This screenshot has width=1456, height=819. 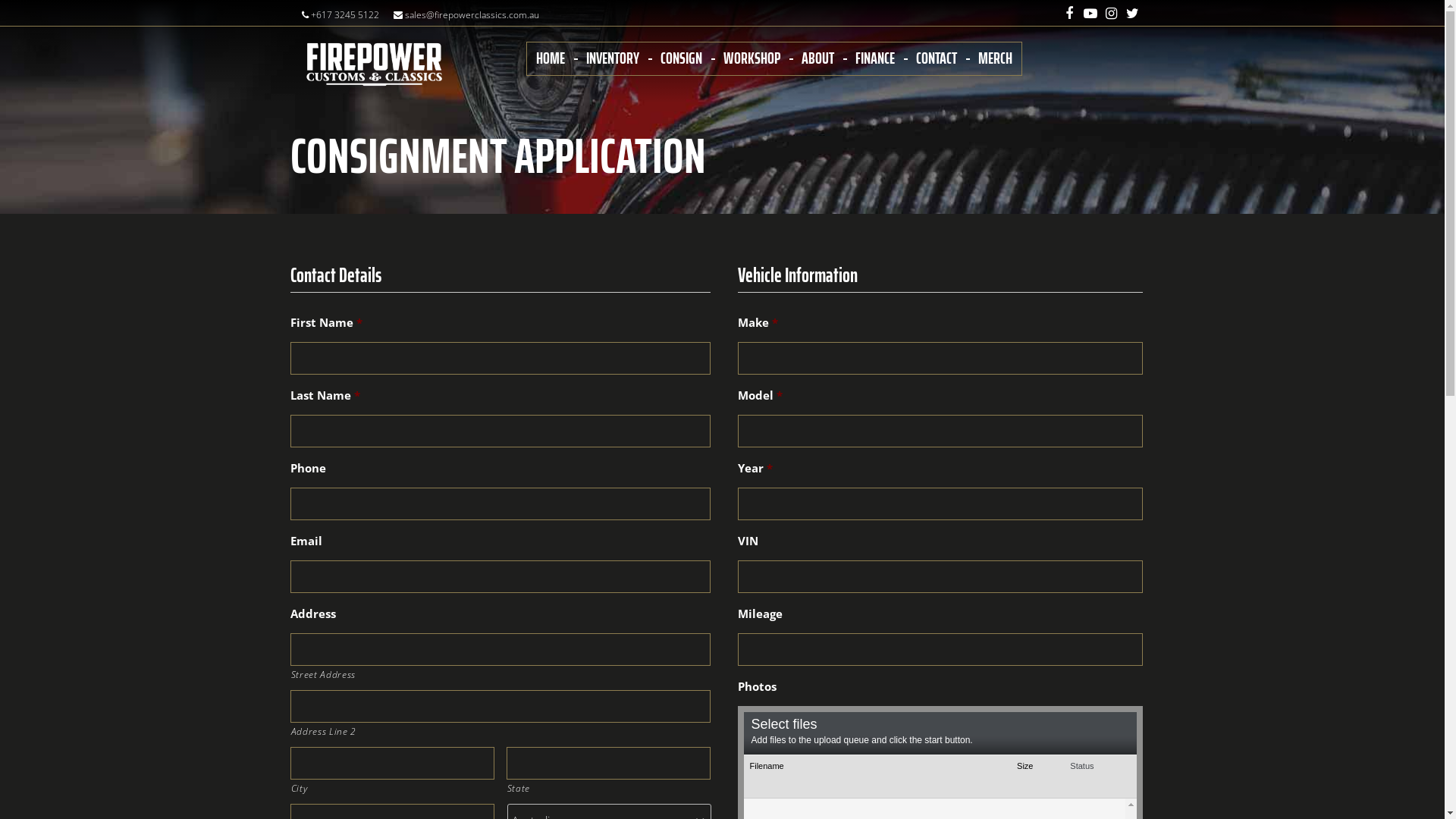 I want to click on 'Skip to content', so click(x=0, y=0).